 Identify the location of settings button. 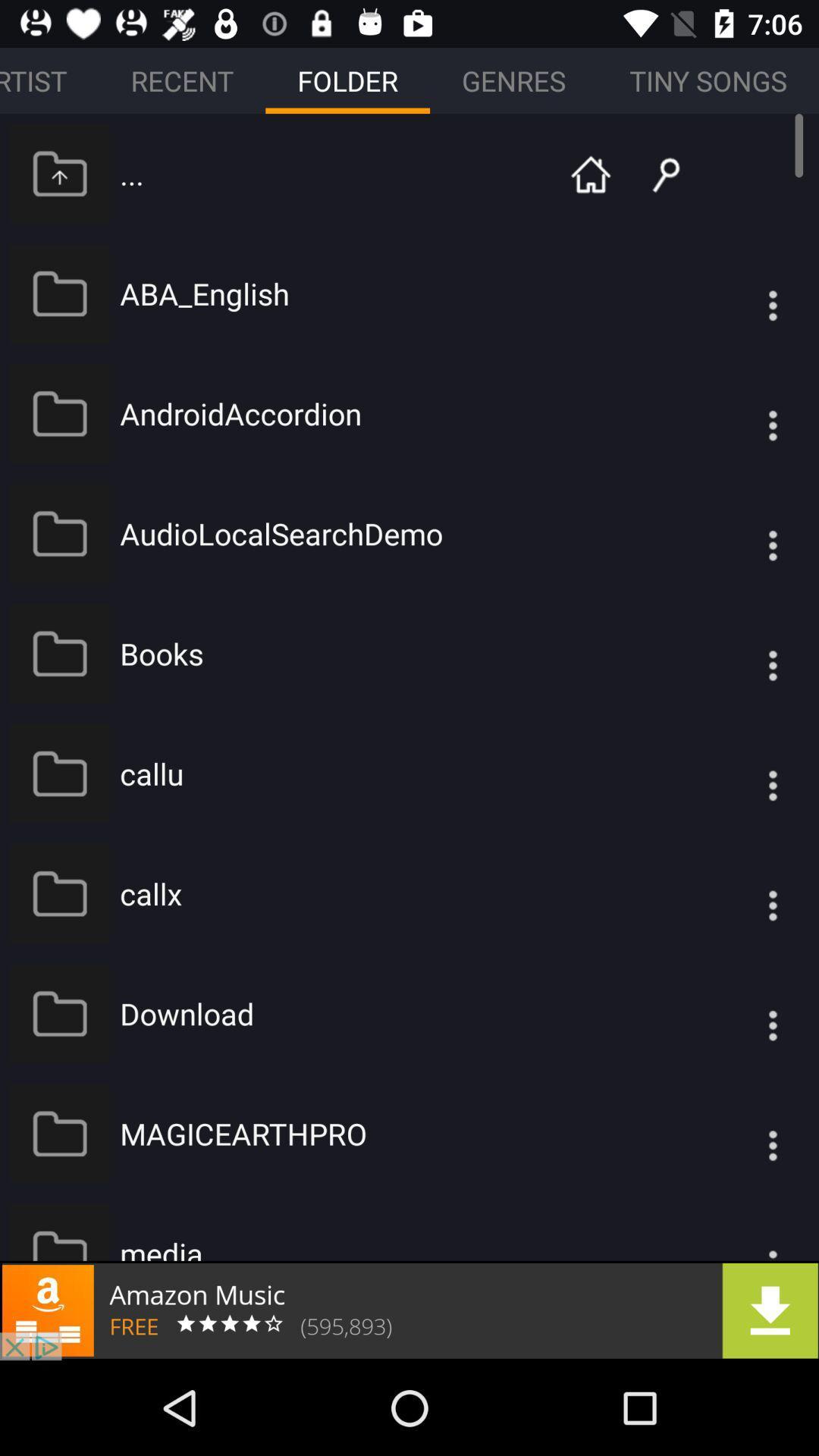
(742, 1013).